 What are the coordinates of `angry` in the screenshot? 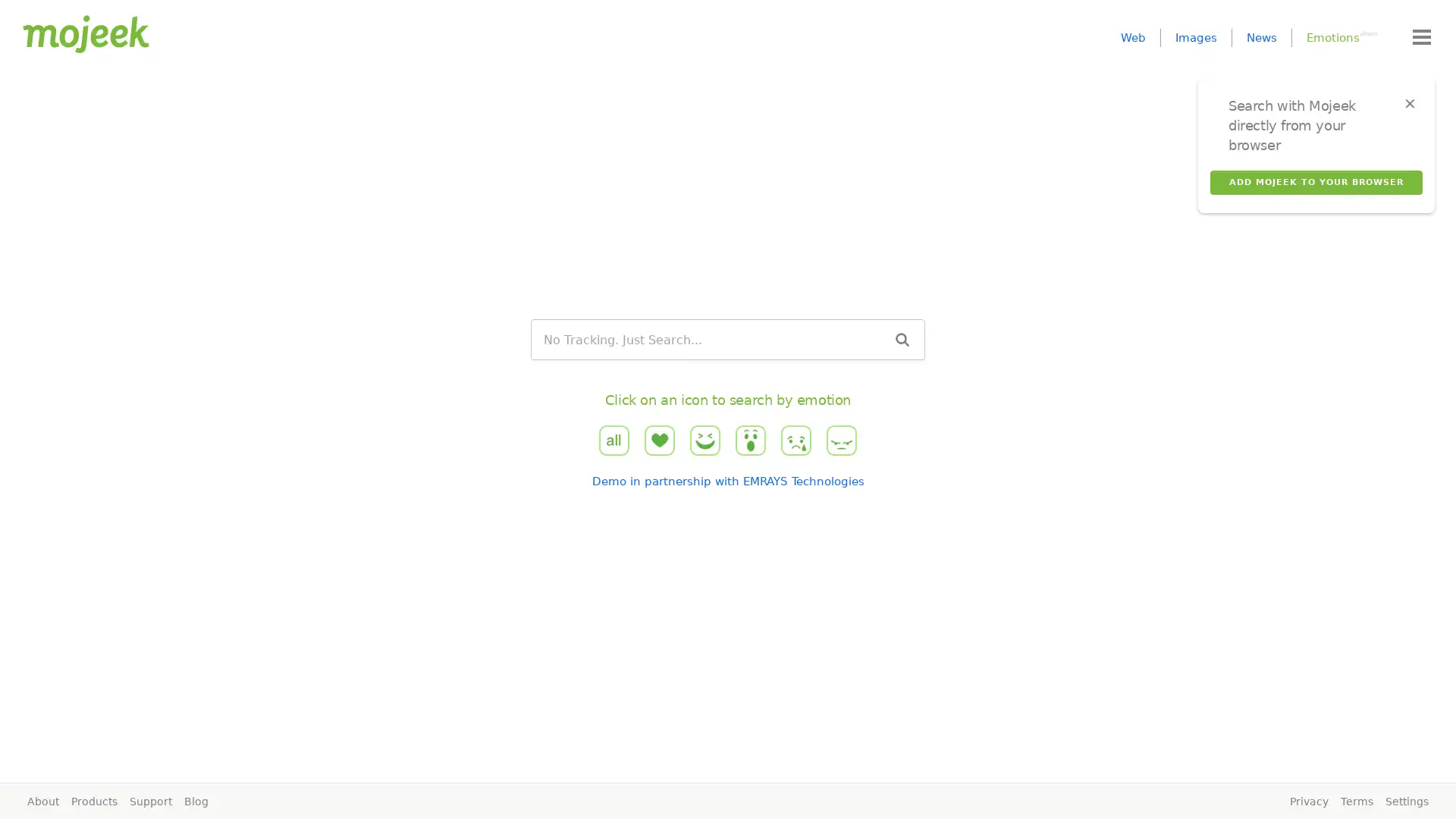 It's located at (840, 441).